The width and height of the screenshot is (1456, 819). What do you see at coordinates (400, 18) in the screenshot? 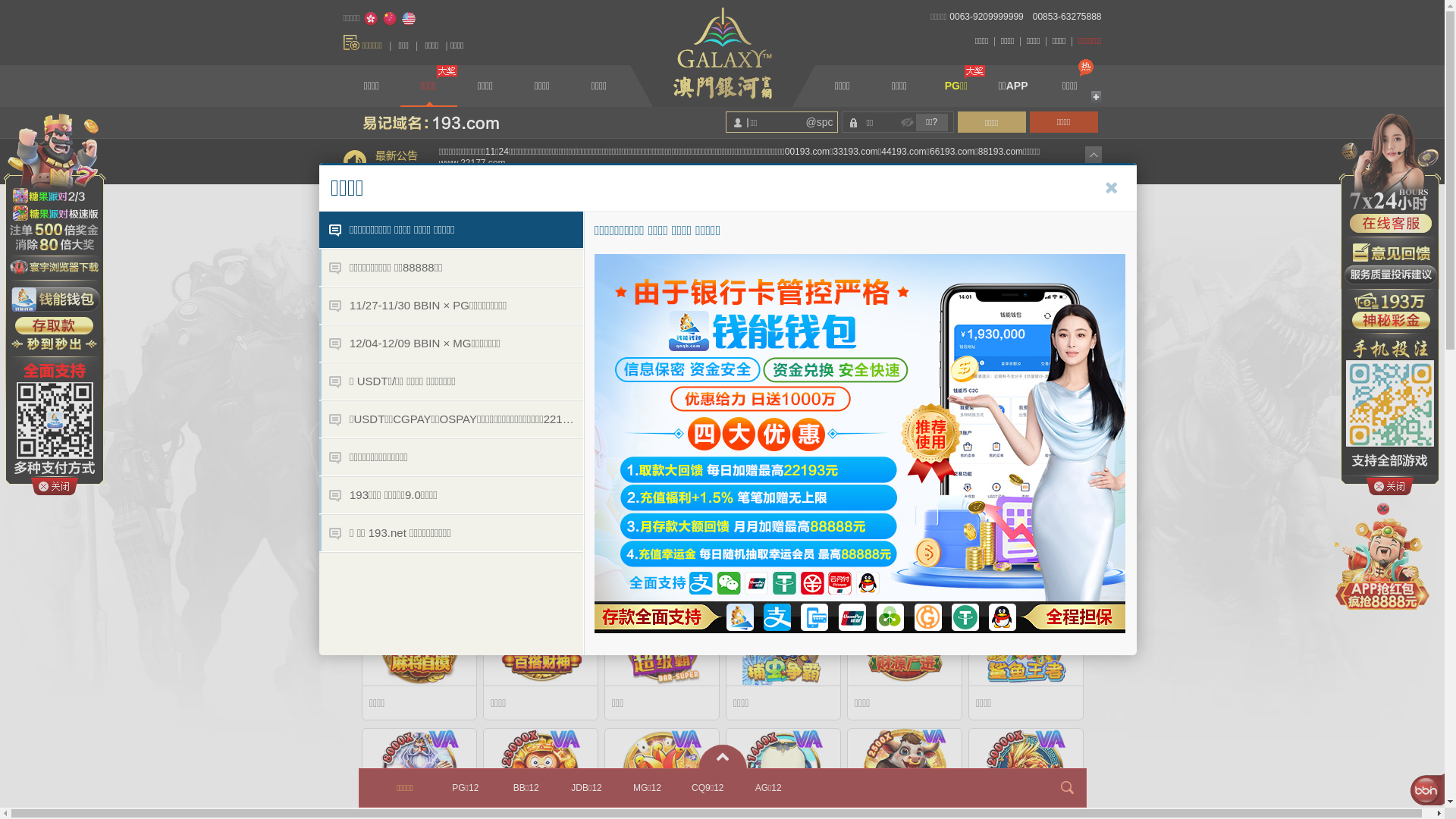
I see `'English'` at bounding box center [400, 18].